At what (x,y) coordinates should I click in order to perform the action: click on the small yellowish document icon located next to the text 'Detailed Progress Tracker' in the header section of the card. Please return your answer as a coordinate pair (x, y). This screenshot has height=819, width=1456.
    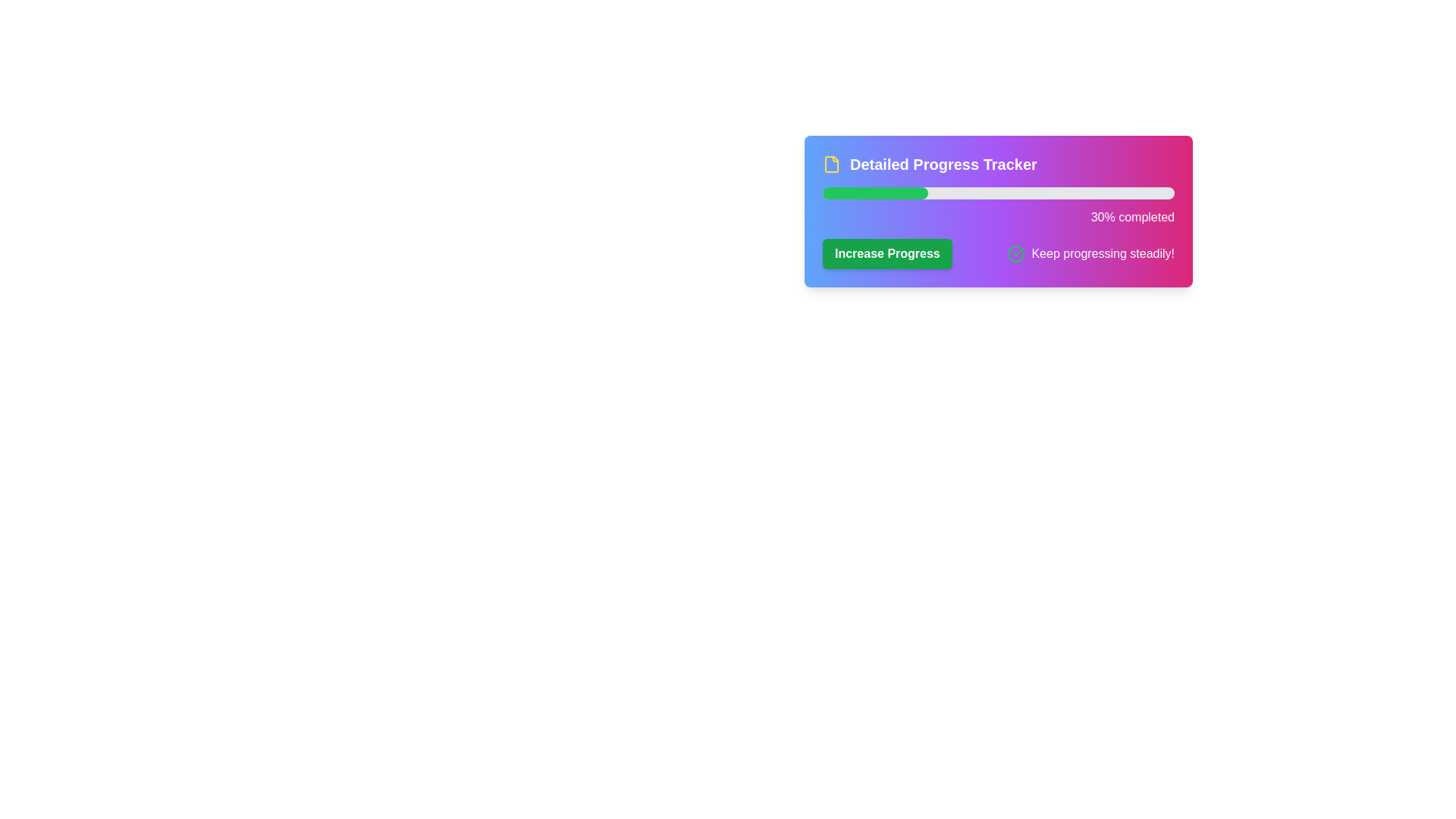
    Looking at the image, I should click on (831, 164).